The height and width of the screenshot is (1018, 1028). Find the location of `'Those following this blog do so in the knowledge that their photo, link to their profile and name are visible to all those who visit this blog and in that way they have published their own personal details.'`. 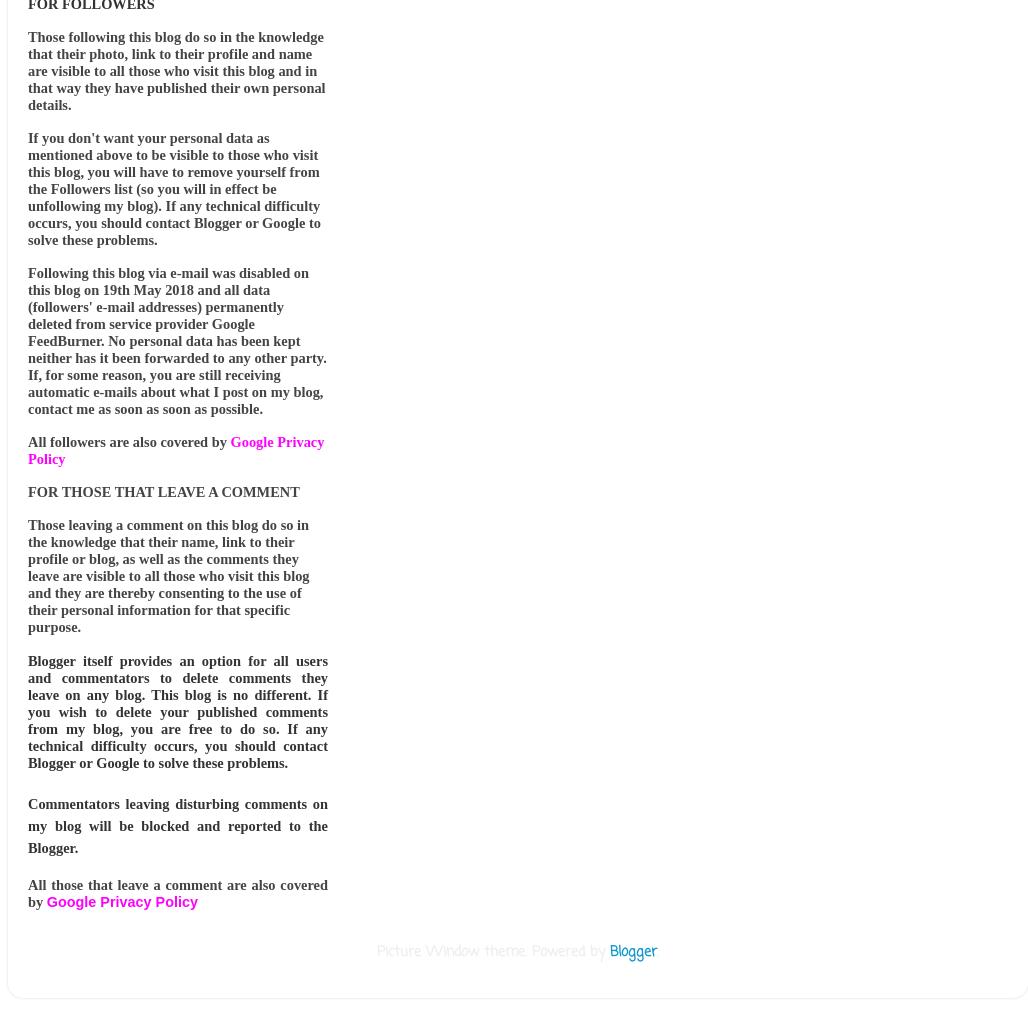

'Those following this blog do so in the knowledge that their photo, link to their profile and name are visible to all those who visit this blog and in that way they have published their own personal details.' is located at coordinates (176, 70).